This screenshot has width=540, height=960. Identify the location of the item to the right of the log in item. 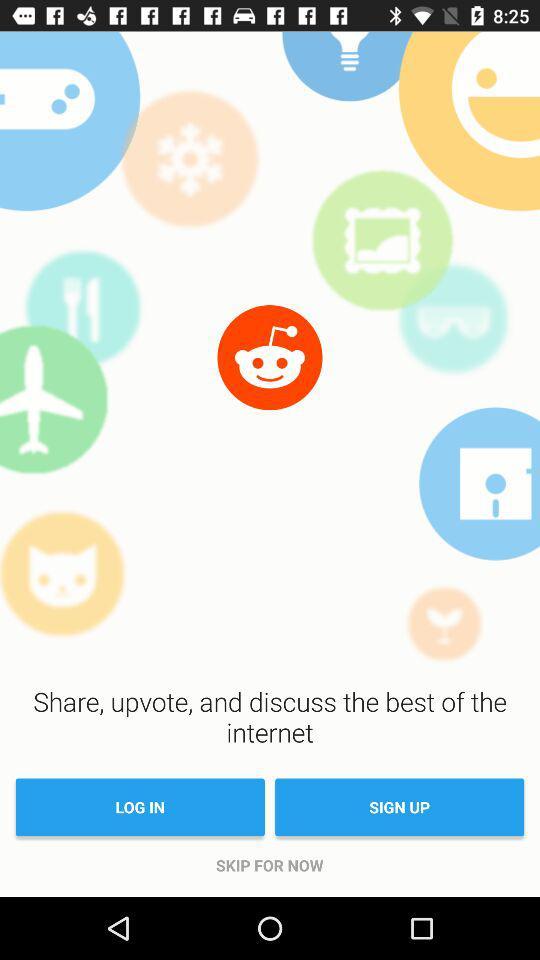
(399, 807).